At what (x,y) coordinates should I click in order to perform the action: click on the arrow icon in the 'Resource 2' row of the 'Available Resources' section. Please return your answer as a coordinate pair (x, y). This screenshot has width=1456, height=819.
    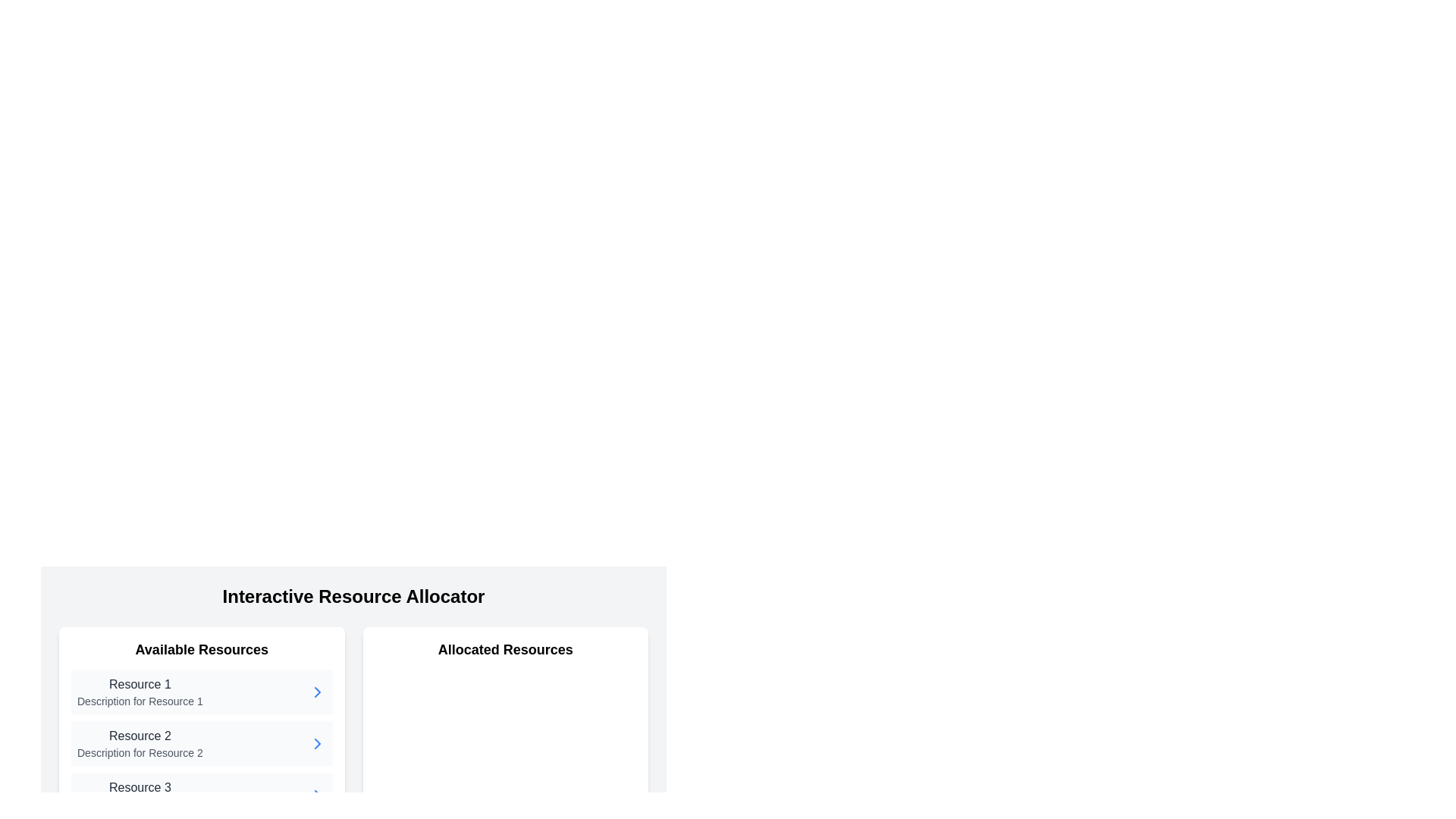
    Looking at the image, I should click on (316, 742).